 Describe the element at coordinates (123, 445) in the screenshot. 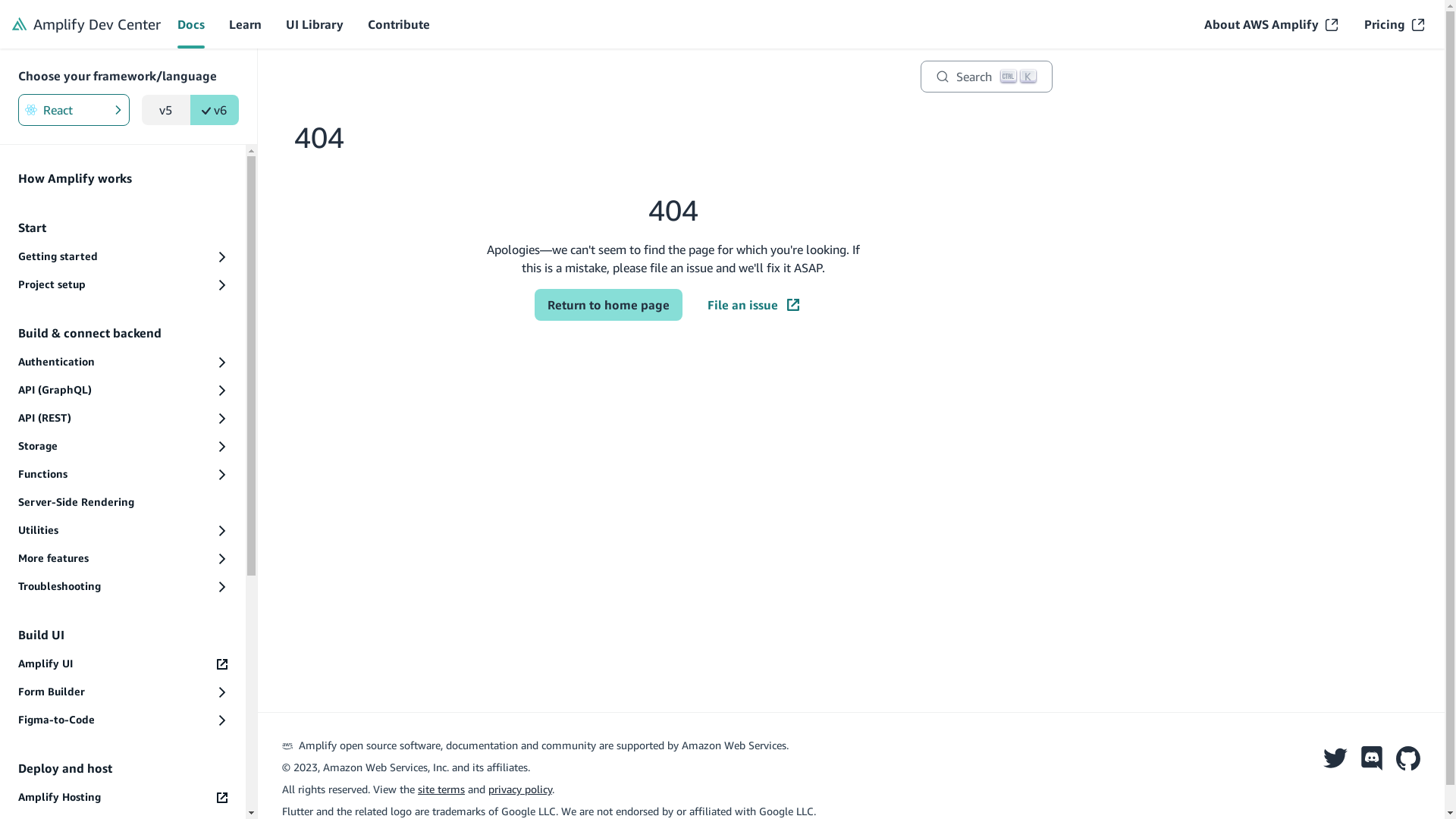

I see `'Storage'` at that location.